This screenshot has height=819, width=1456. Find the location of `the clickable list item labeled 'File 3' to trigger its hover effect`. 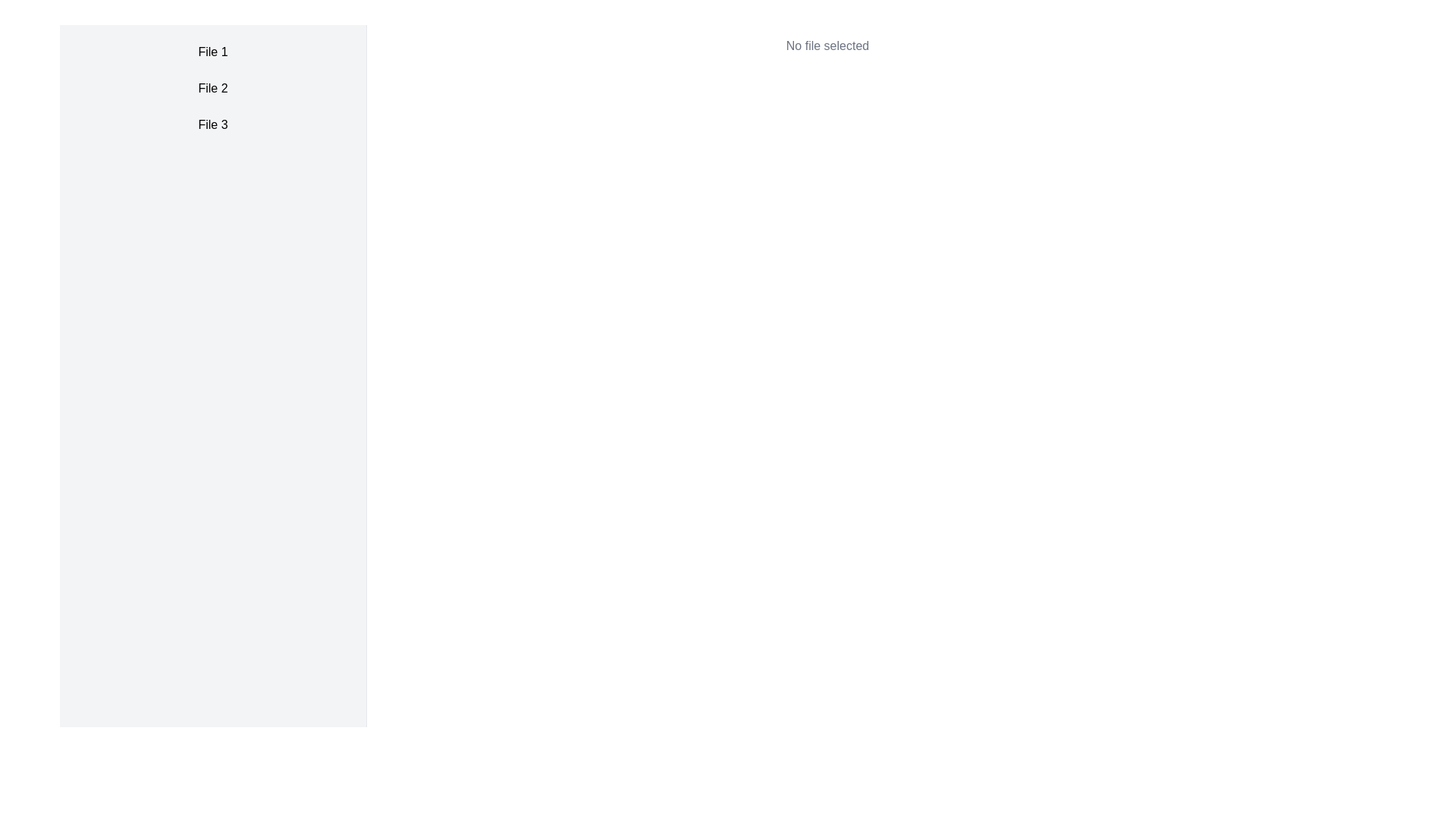

the clickable list item labeled 'File 3' to trigger its hover effect is located at coordinates (212, 124).